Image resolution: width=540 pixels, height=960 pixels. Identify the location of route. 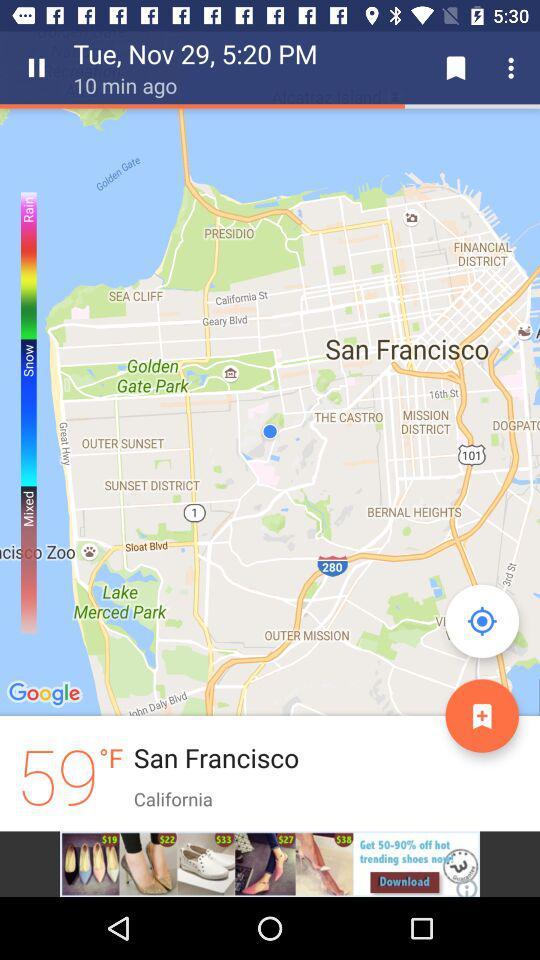
(481, 715).